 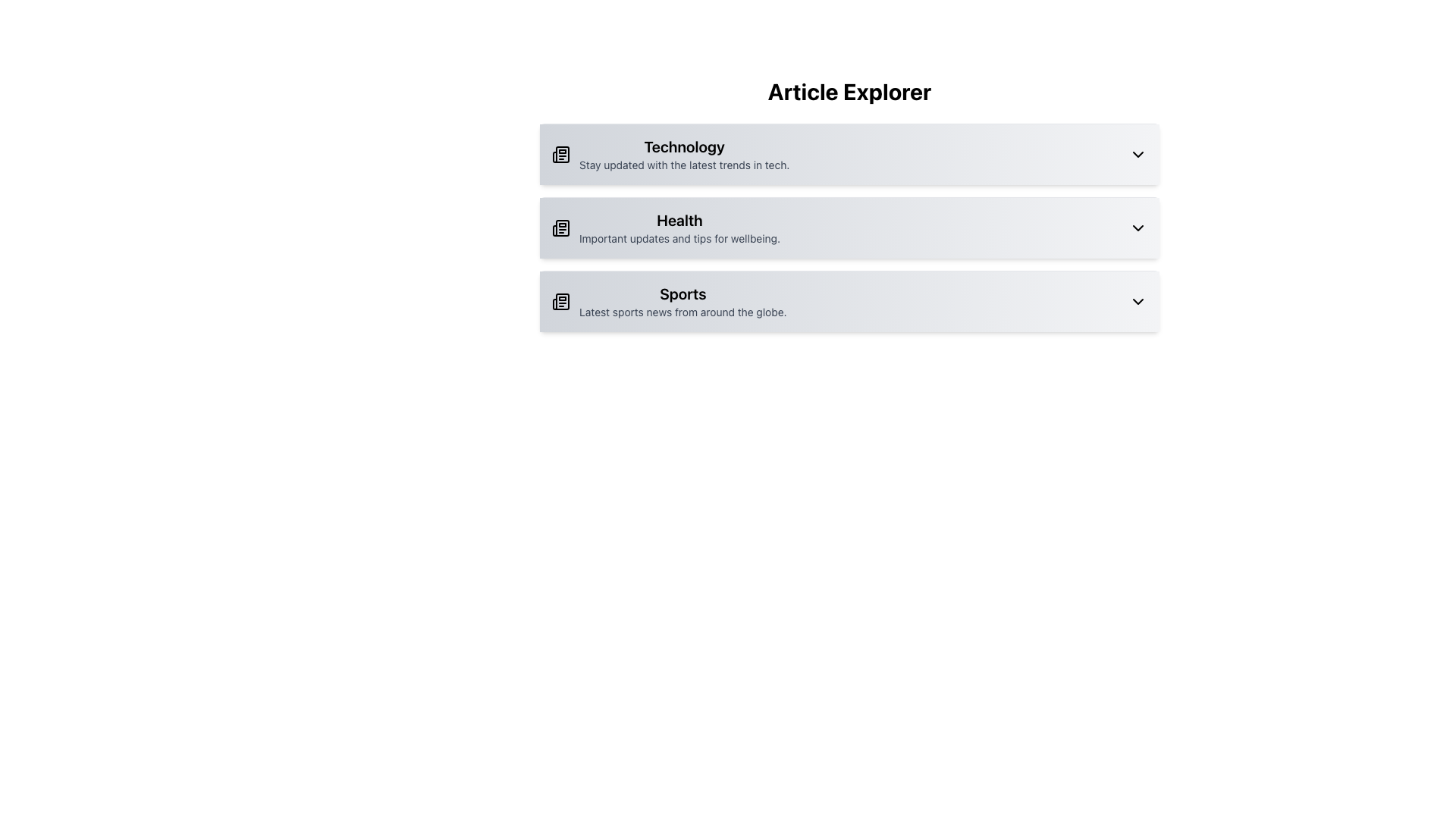 What do you see at coordinates (679, 227) in the screenshot?
I see `the 'Health' text block, which is the second item in the list` at bounding box center [679, 227].